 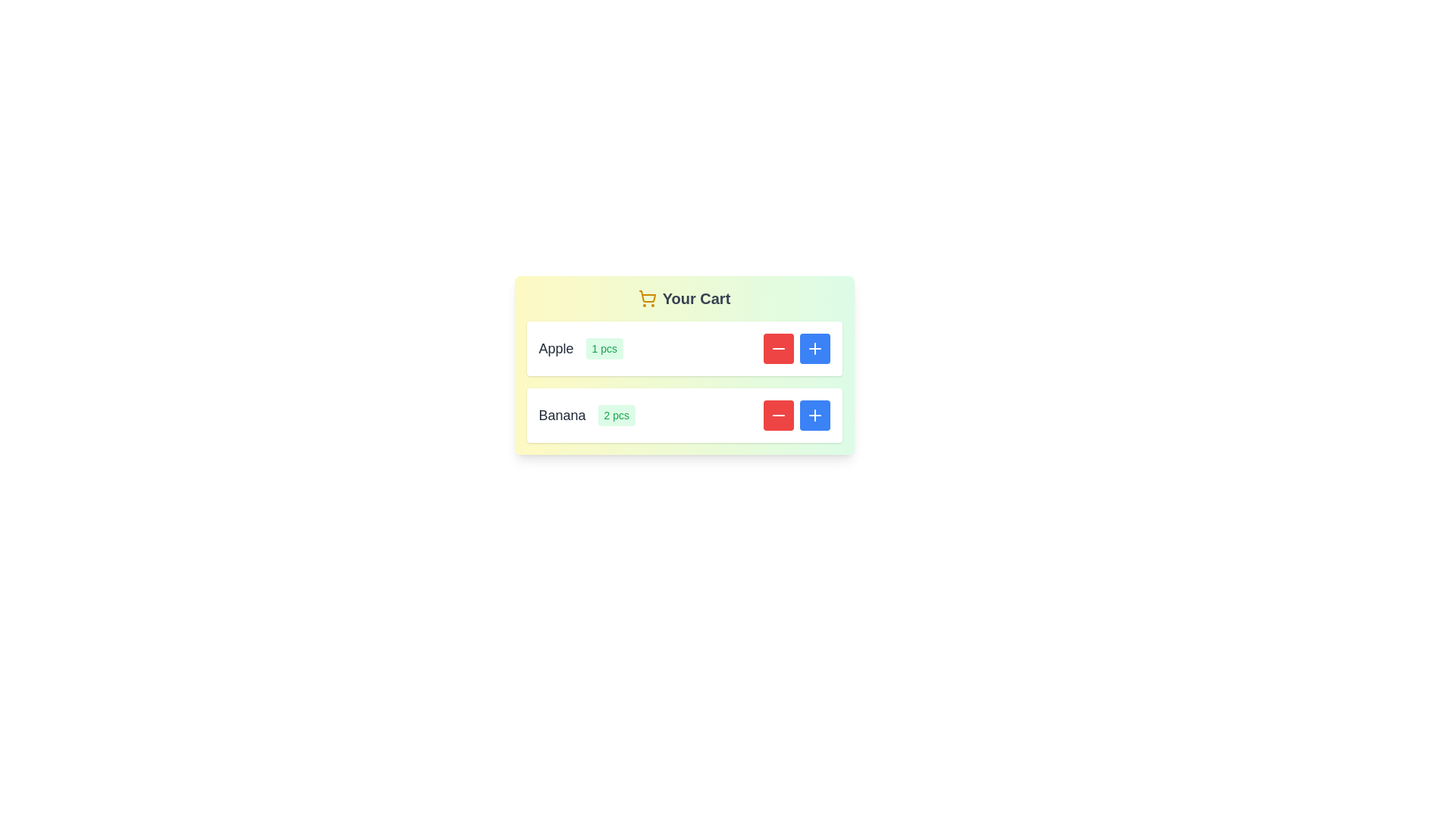 I want to click on the quantity adjustment button for Banana to decrease, so click(x=778, y=415).